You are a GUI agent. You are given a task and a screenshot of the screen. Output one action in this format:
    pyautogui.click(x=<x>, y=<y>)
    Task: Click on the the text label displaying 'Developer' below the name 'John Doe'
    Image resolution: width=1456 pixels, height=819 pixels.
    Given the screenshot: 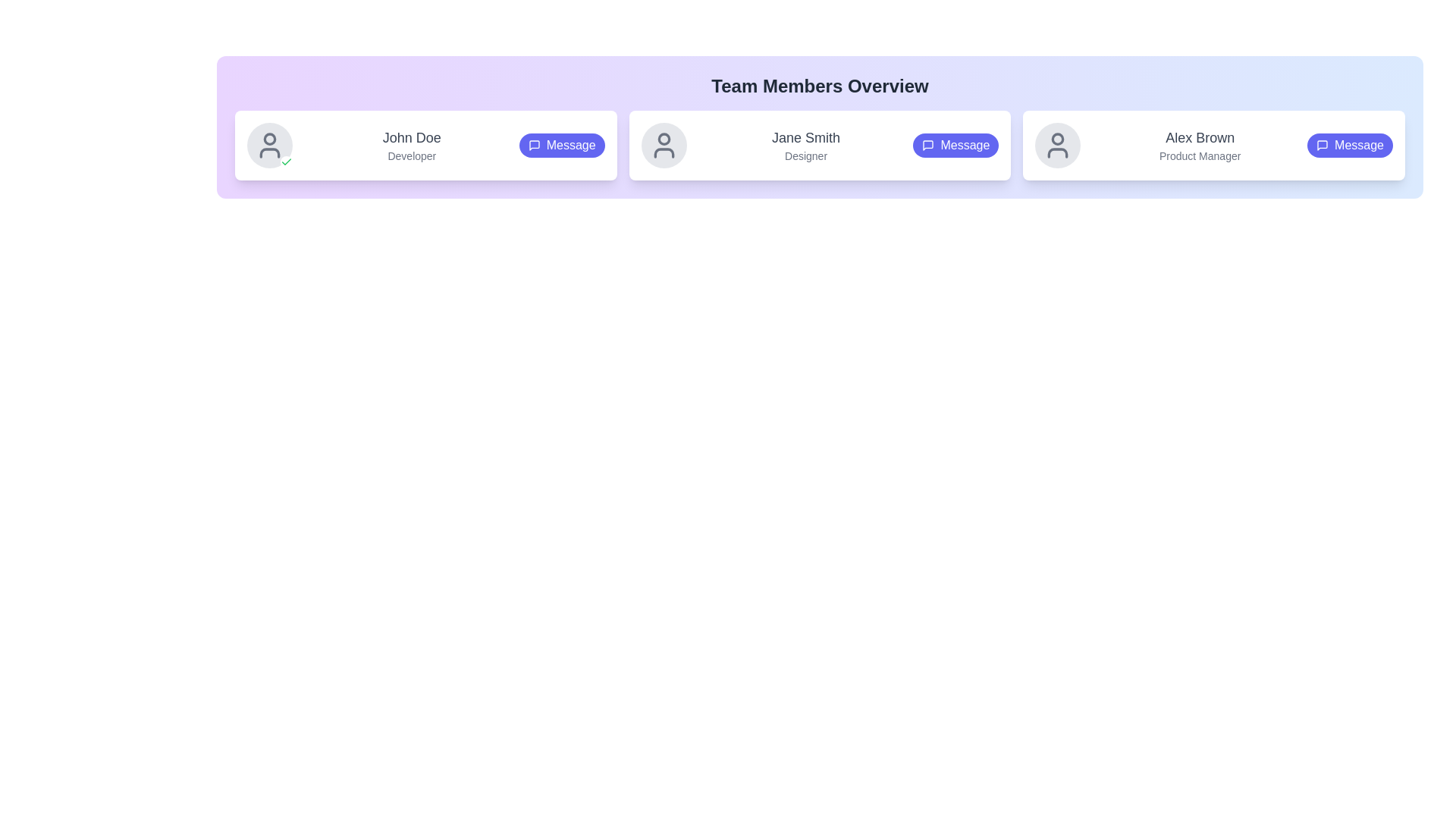 What is the action you would take?
    pyautogui.click(x=412, y=155)
    